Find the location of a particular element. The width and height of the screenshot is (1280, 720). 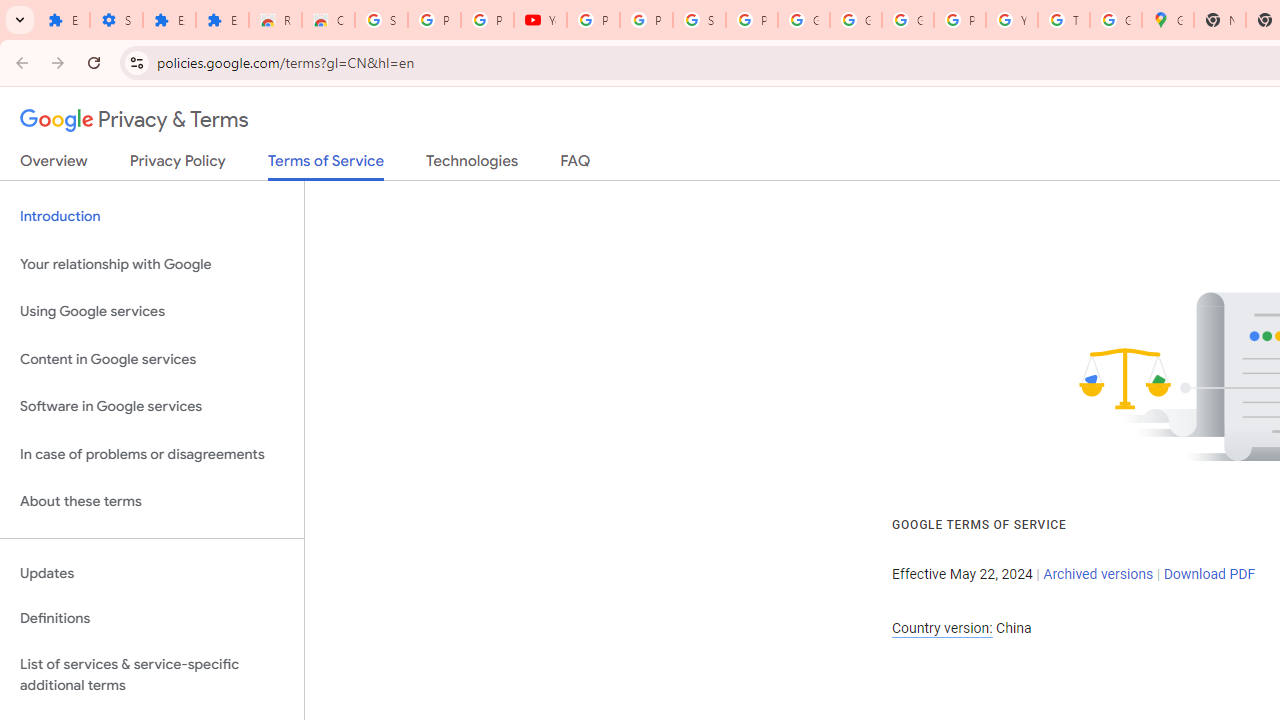

'List of services & service-specific additional terms' is located at coordinates (151, 675).